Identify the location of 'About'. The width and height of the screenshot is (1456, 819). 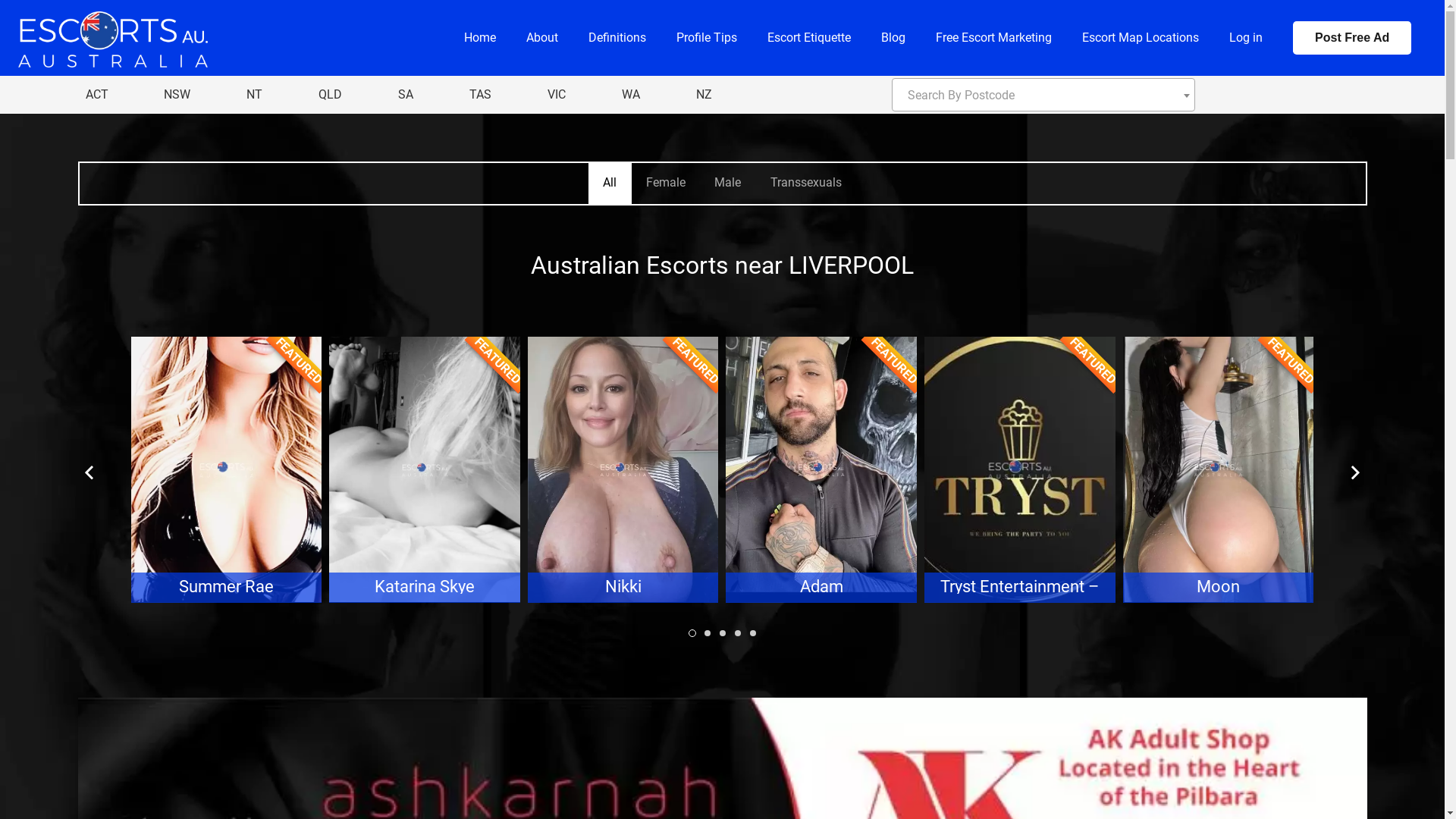
(542, 37).